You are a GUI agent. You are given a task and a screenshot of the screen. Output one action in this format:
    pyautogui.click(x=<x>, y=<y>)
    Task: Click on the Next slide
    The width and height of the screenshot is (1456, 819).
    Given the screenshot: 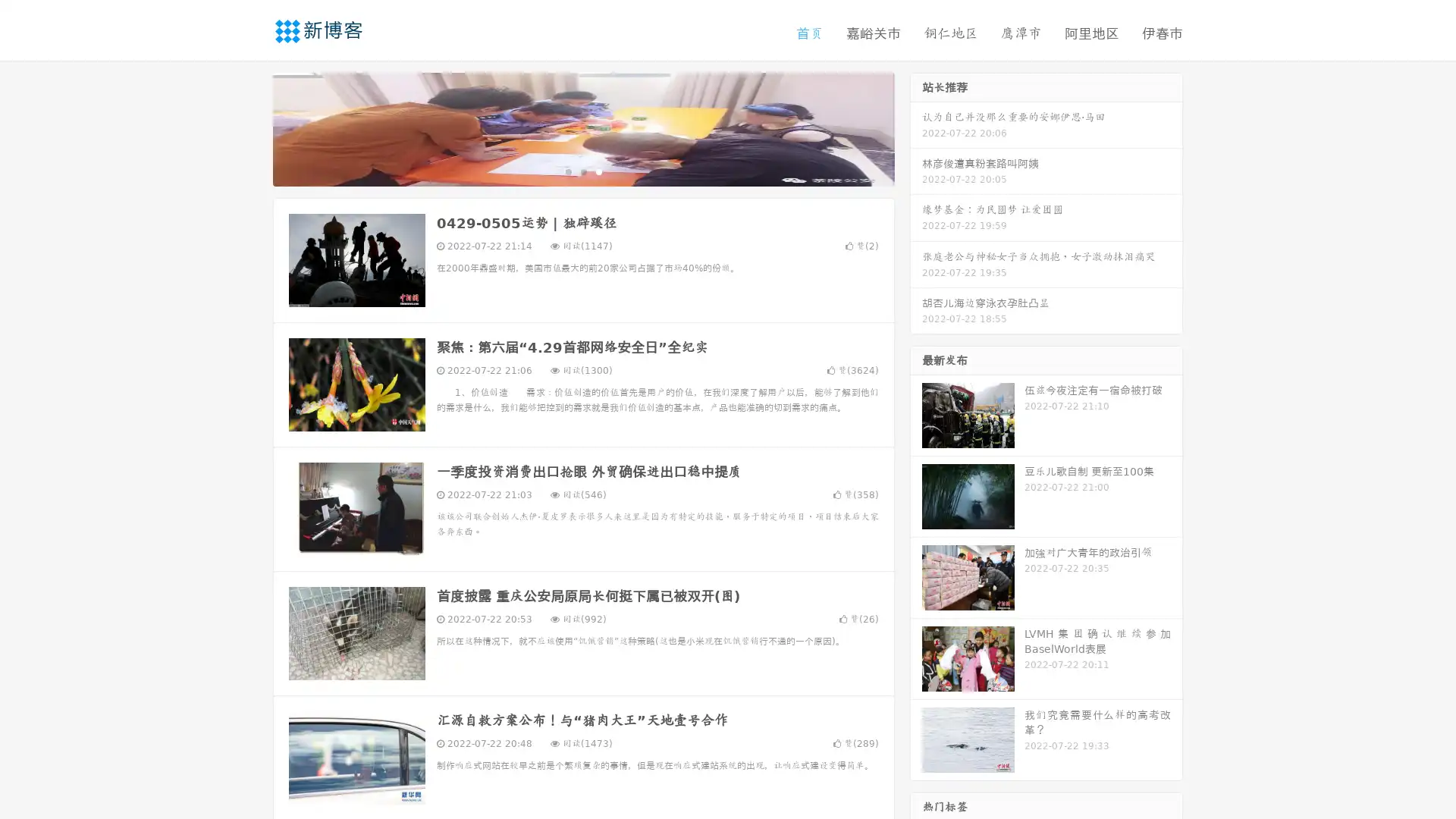 What is the action you would take?
    pyautogui.click(x=916, y=127)
    